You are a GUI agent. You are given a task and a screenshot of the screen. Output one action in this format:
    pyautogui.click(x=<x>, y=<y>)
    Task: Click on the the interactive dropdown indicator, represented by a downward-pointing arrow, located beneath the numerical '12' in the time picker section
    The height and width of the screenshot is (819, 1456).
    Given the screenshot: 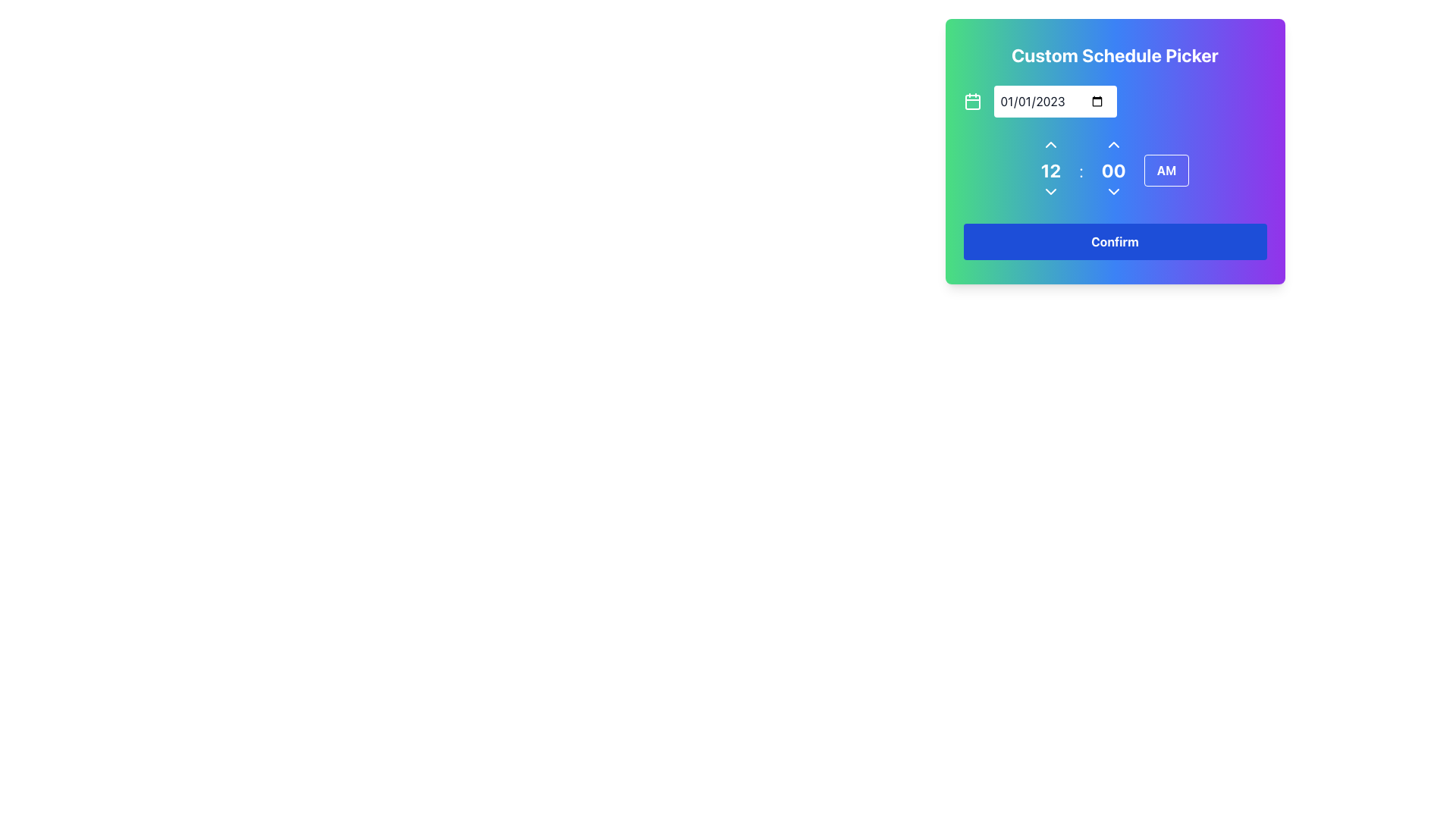 What is the action you would take?
    pyautogui.click(x=1050, y=191)
    